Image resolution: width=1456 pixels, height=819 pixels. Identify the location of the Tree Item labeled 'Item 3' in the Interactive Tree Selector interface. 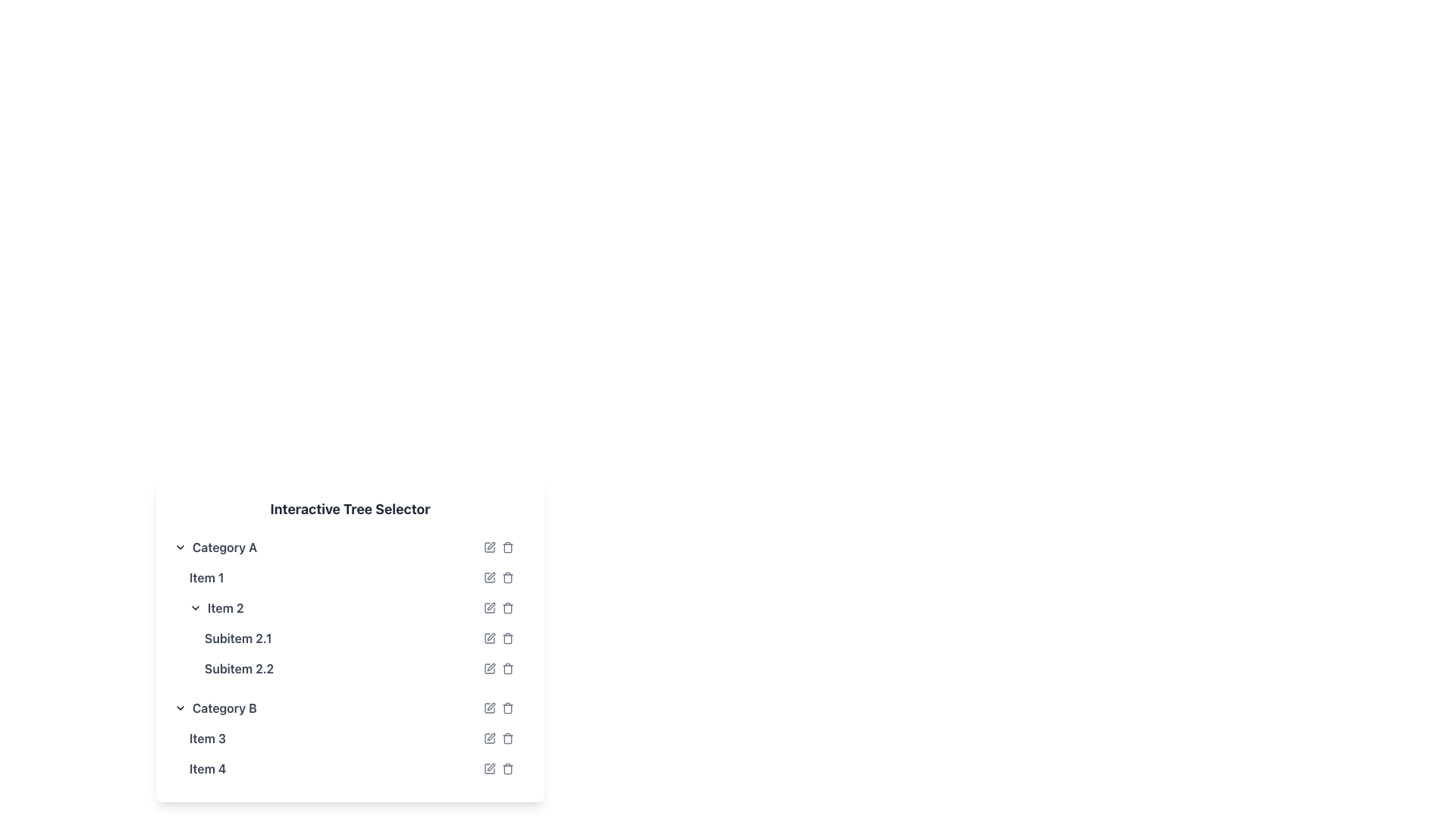
(349, 738).